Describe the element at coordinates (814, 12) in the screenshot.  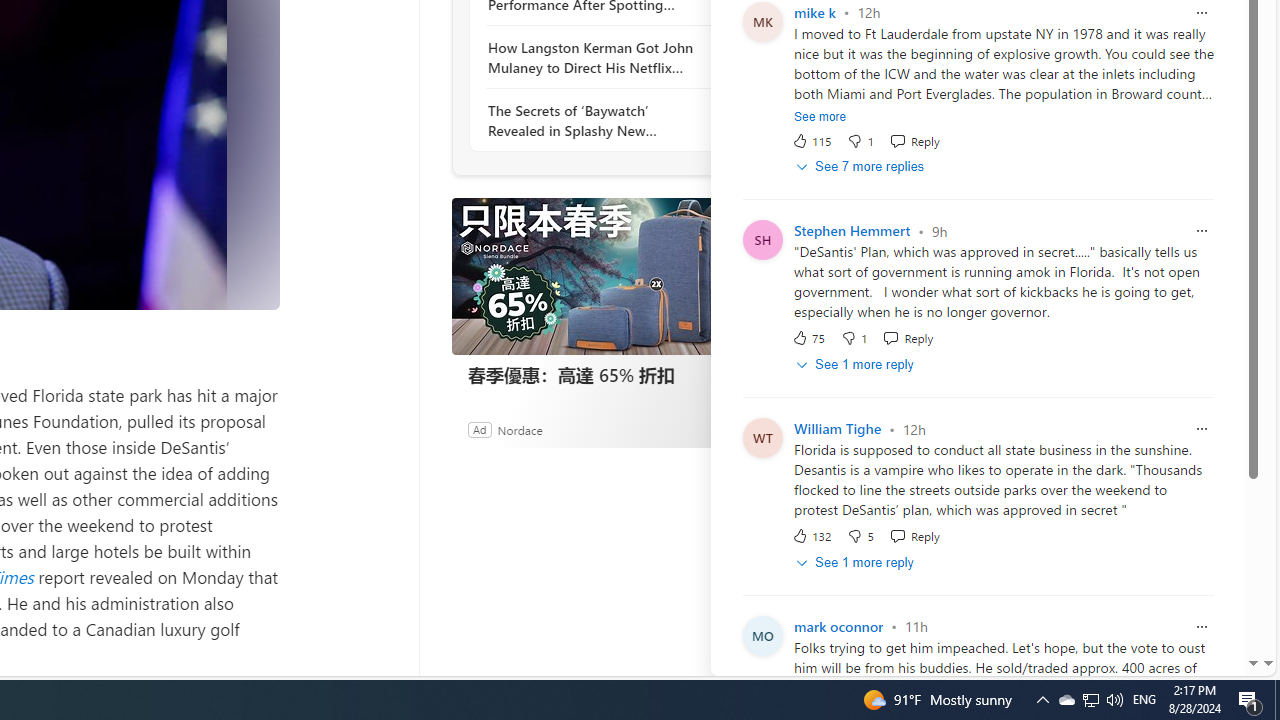
I see `'mike k'` at that location.